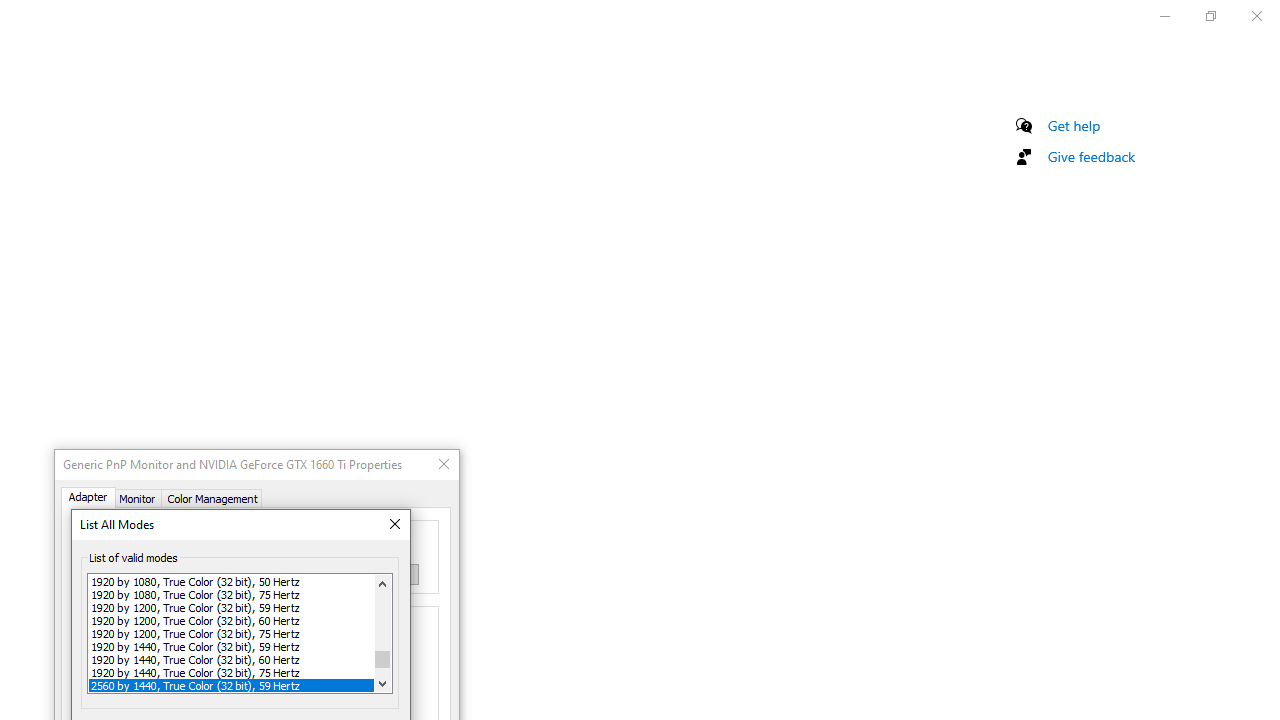 This screenshot has height=720, width=1280. I want to click on '1920 by 1440, True Color (32 bit), 59 Hertz', so click(231, 646).